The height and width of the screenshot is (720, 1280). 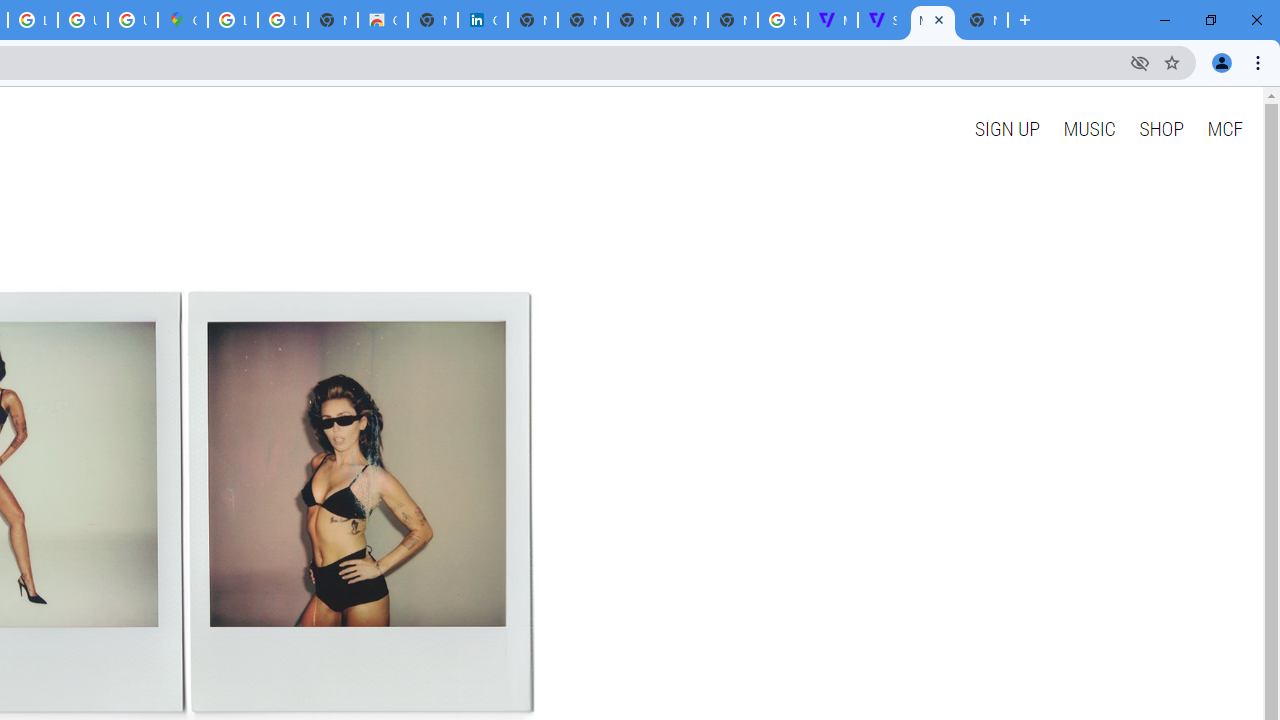 I want to click on 'Streaming - The Verge', so click(x=881, y=20).